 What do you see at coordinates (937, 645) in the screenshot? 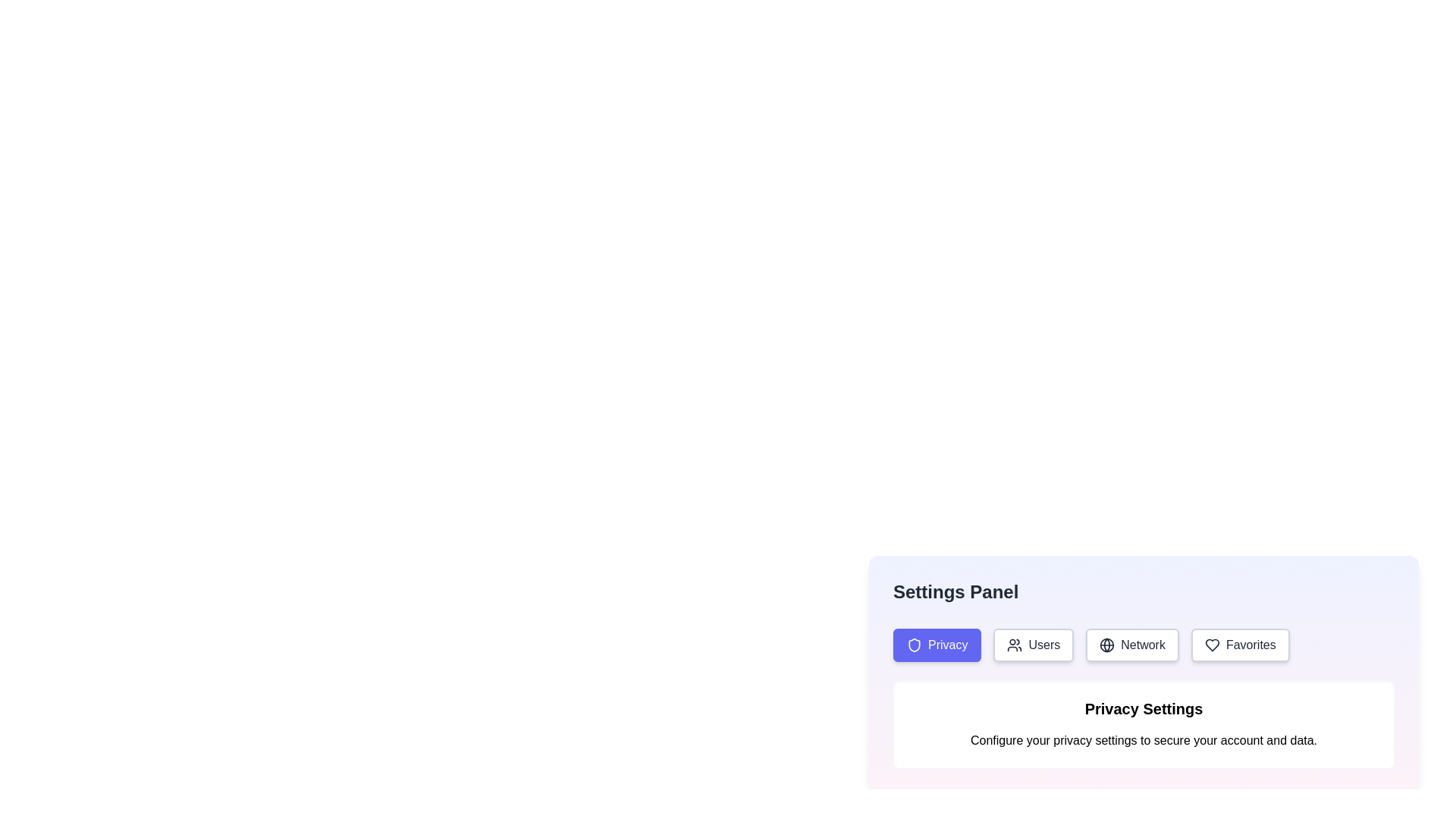
I see `the 'Privacy' settings button in the 'Settings Panel'` at bounding box center [937, 645].